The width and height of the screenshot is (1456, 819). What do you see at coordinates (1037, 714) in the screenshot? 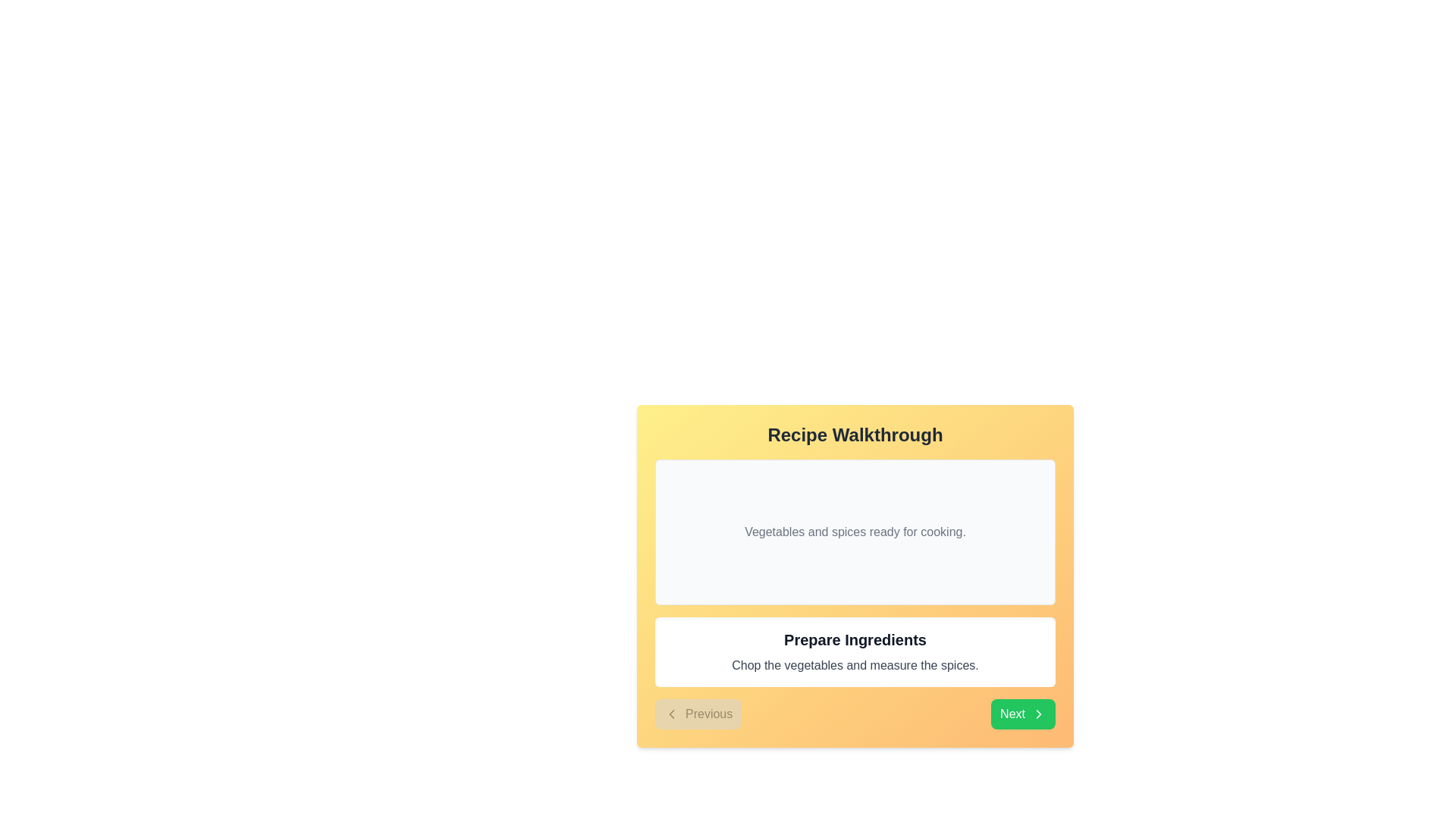
I see `the forward navigation icon located inside the 'Next' button at the bottom right corner of the 'Recipe Walkthrough' content box` at bounding box center [1037, 714].